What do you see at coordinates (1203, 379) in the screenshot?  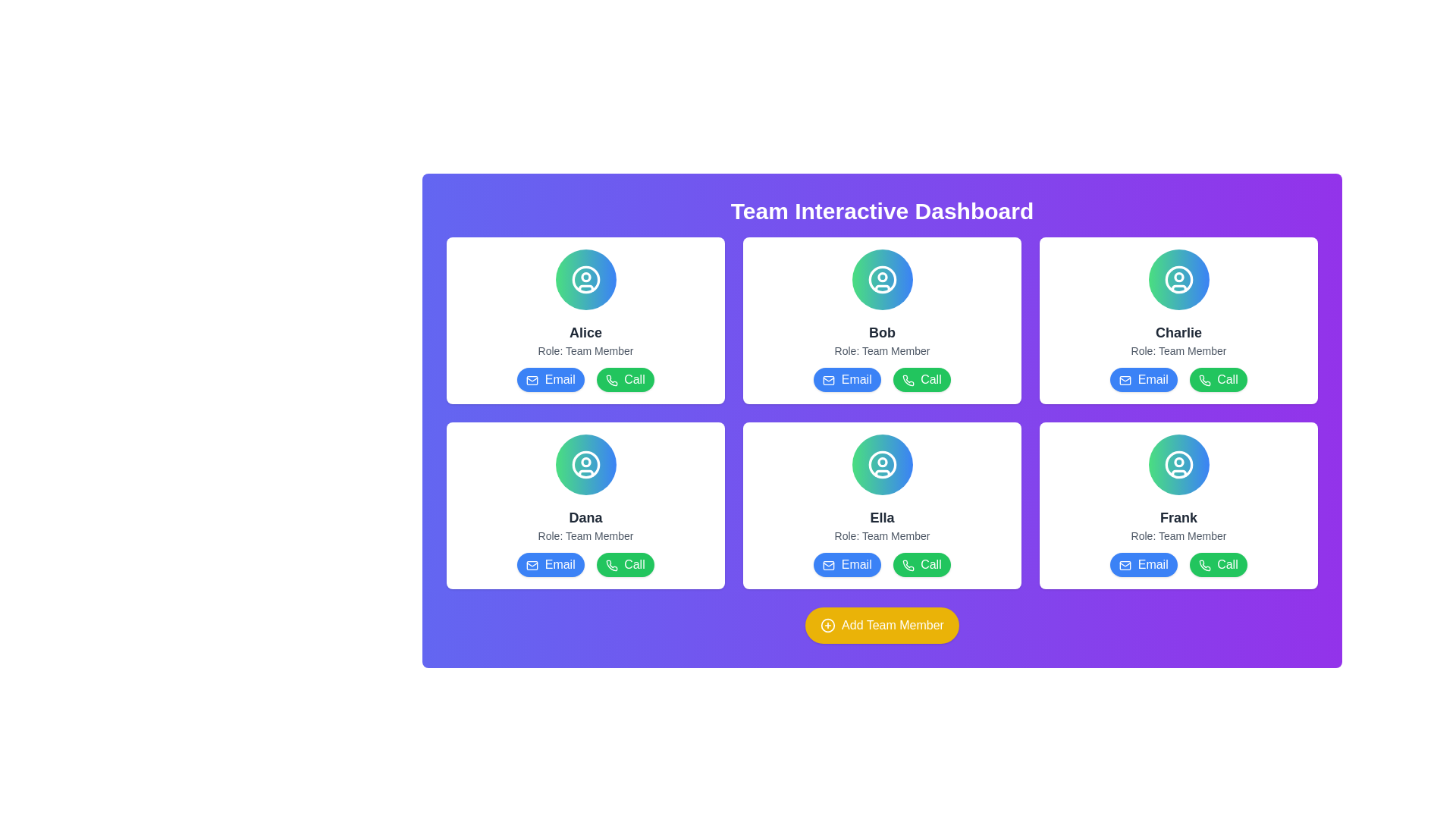 I see `the phone icon styled with a thin outline and rounded edges in the green 'Call' button to initiate a call` at bounding box center [1203, 379].